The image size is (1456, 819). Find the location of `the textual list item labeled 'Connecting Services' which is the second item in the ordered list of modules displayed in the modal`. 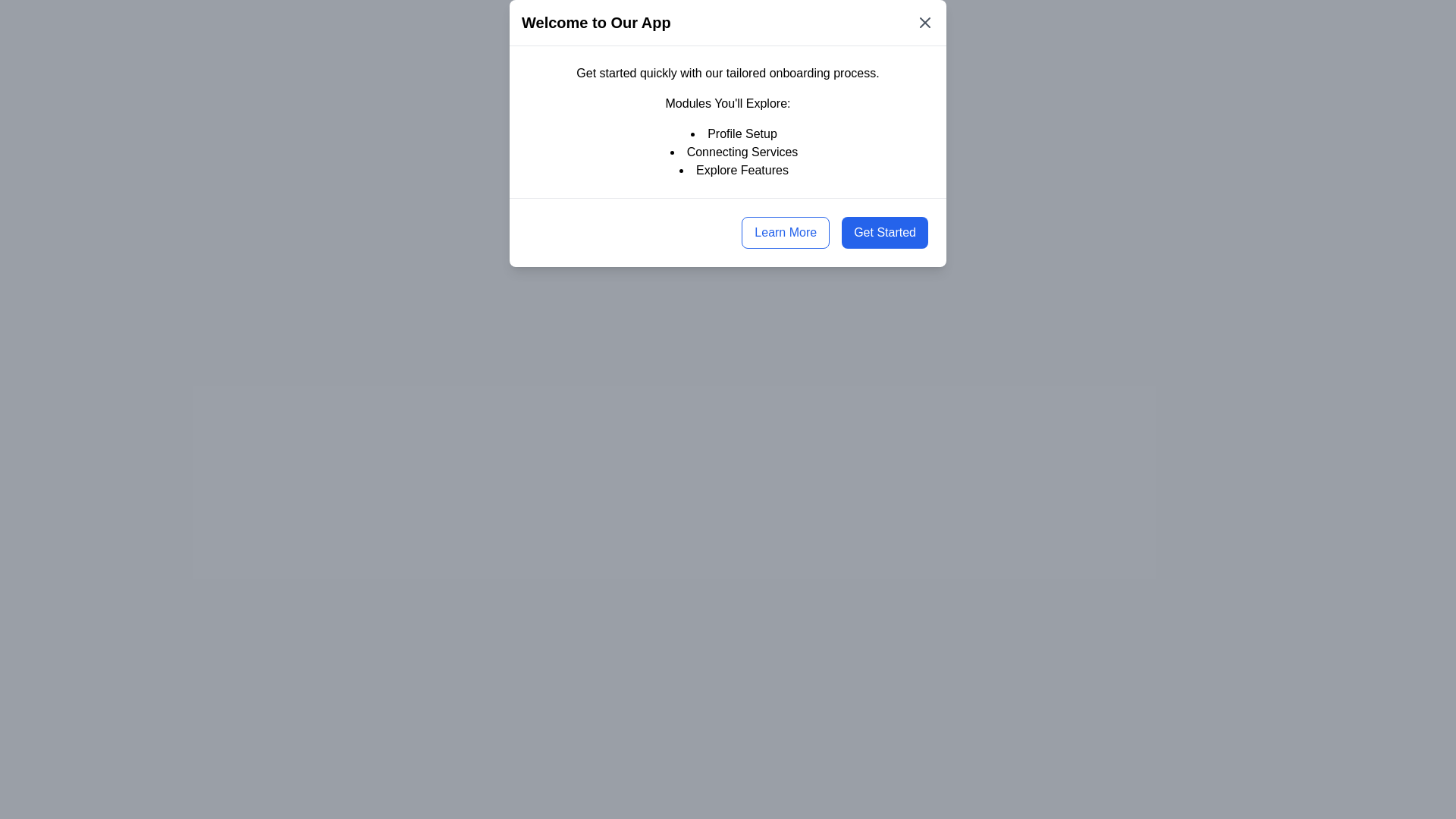

the textual list item labeled 'Connecting Services' which is the second item in the ordered list of modules displayed in the modal is located at coordinates (734, 152).